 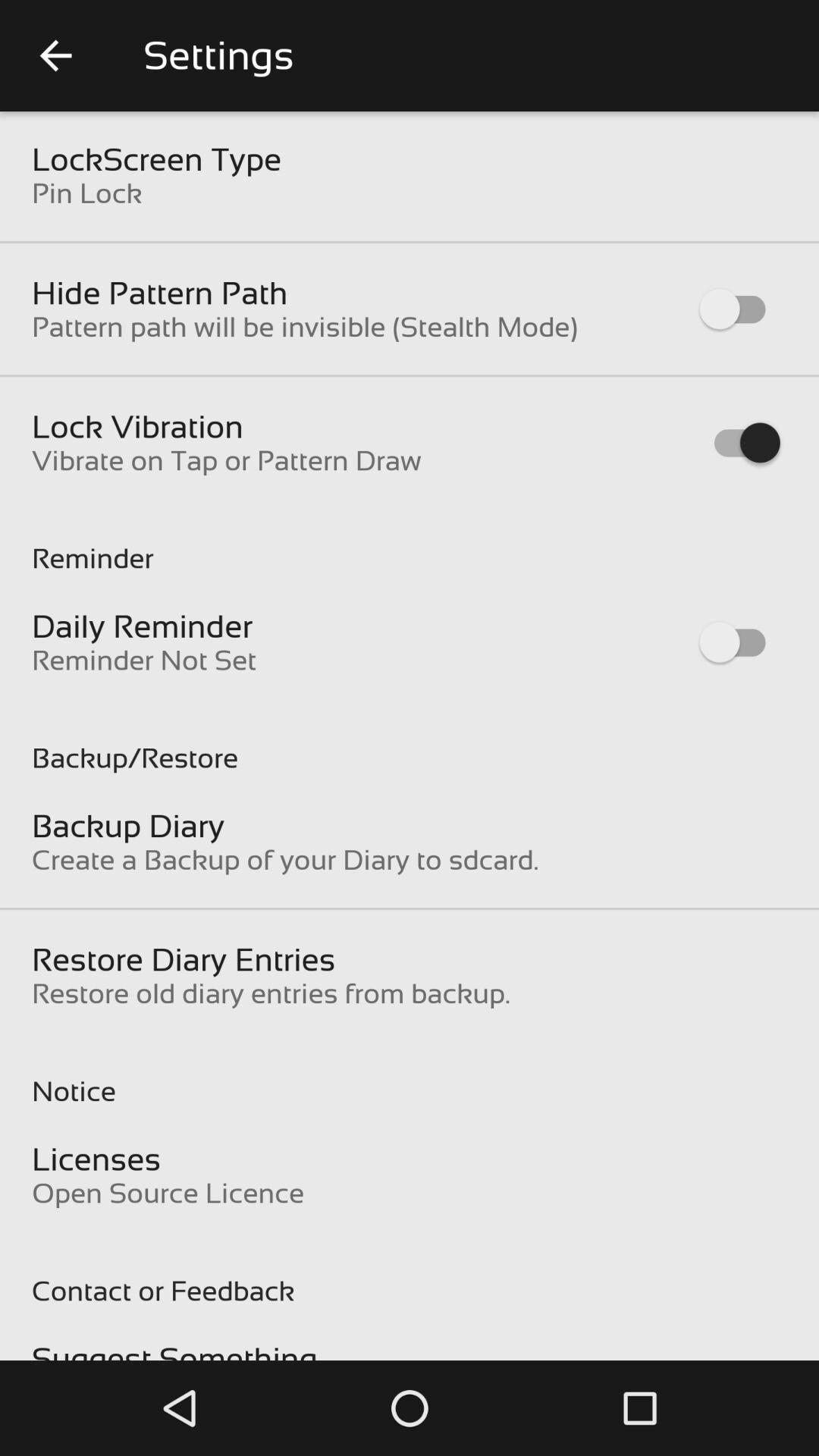 What do you see at coordinates (226, 460) in the screenshot?
I see `item above reminder icon` at bounding box center [226, 460].